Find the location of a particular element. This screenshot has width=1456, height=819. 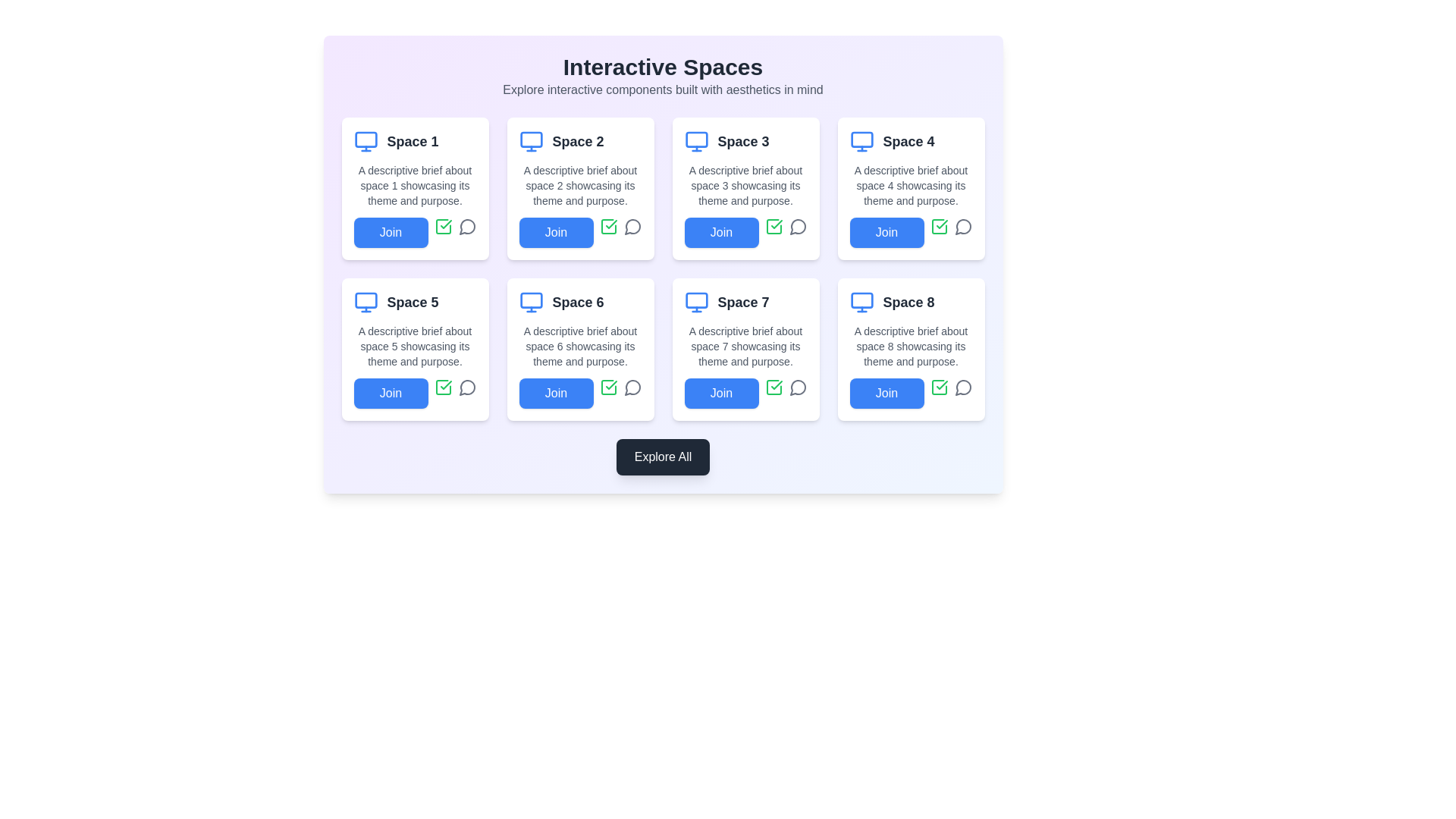

the blue 'Join' button located within the 'Space 6' card, positioned at the bottom-left above the icons, to join the space is located at coordinates (579, 393).